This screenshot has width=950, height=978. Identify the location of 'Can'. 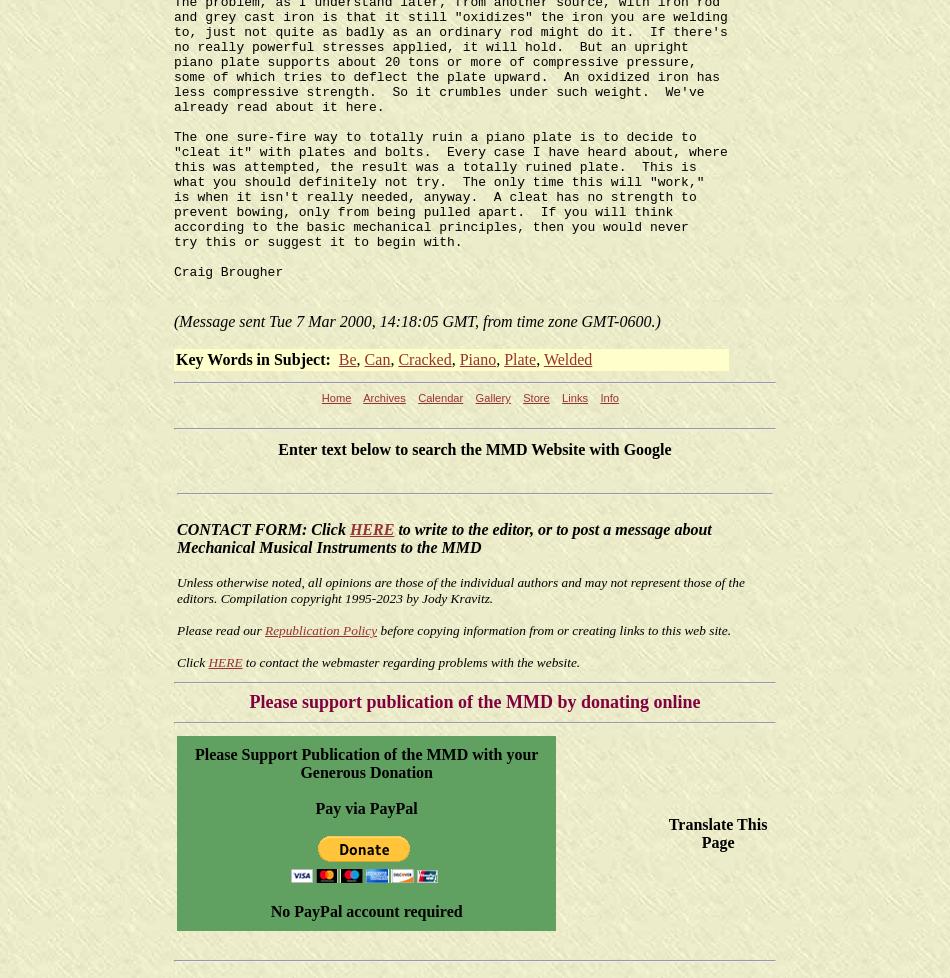
(375, 358).